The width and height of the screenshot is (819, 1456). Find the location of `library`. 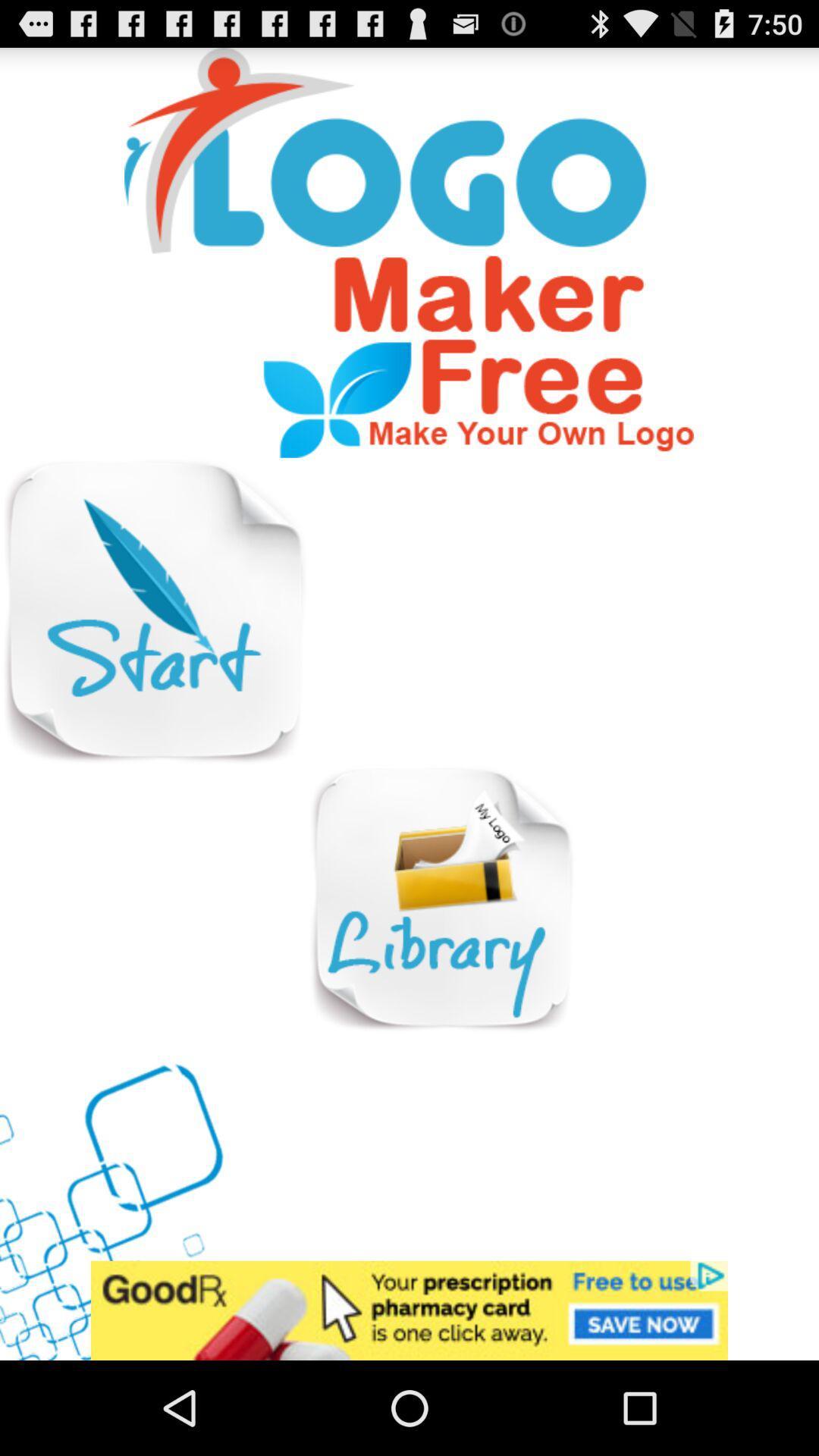

library is located at coordinates (441, 899).